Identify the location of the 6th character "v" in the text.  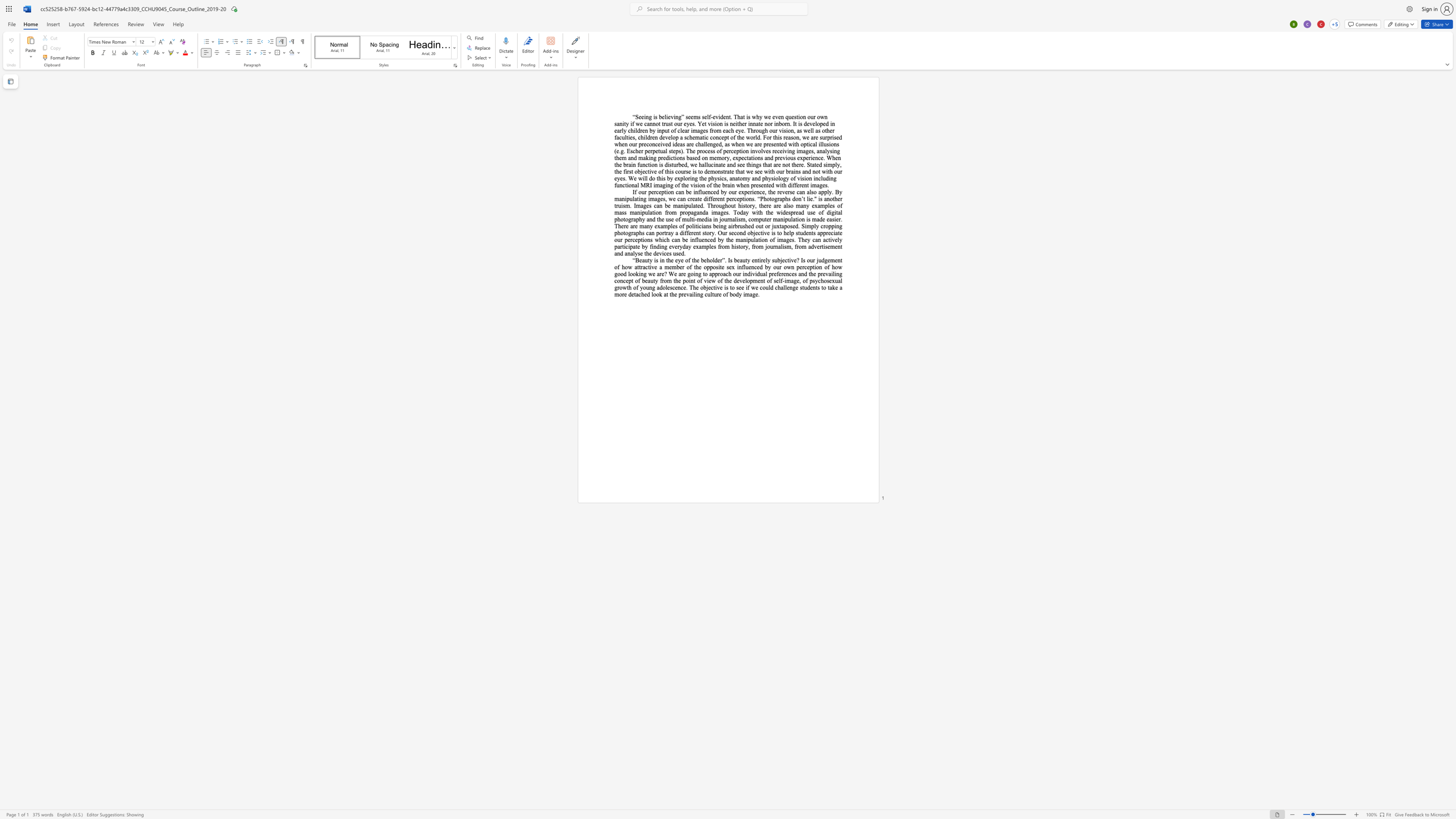
(798, 178).